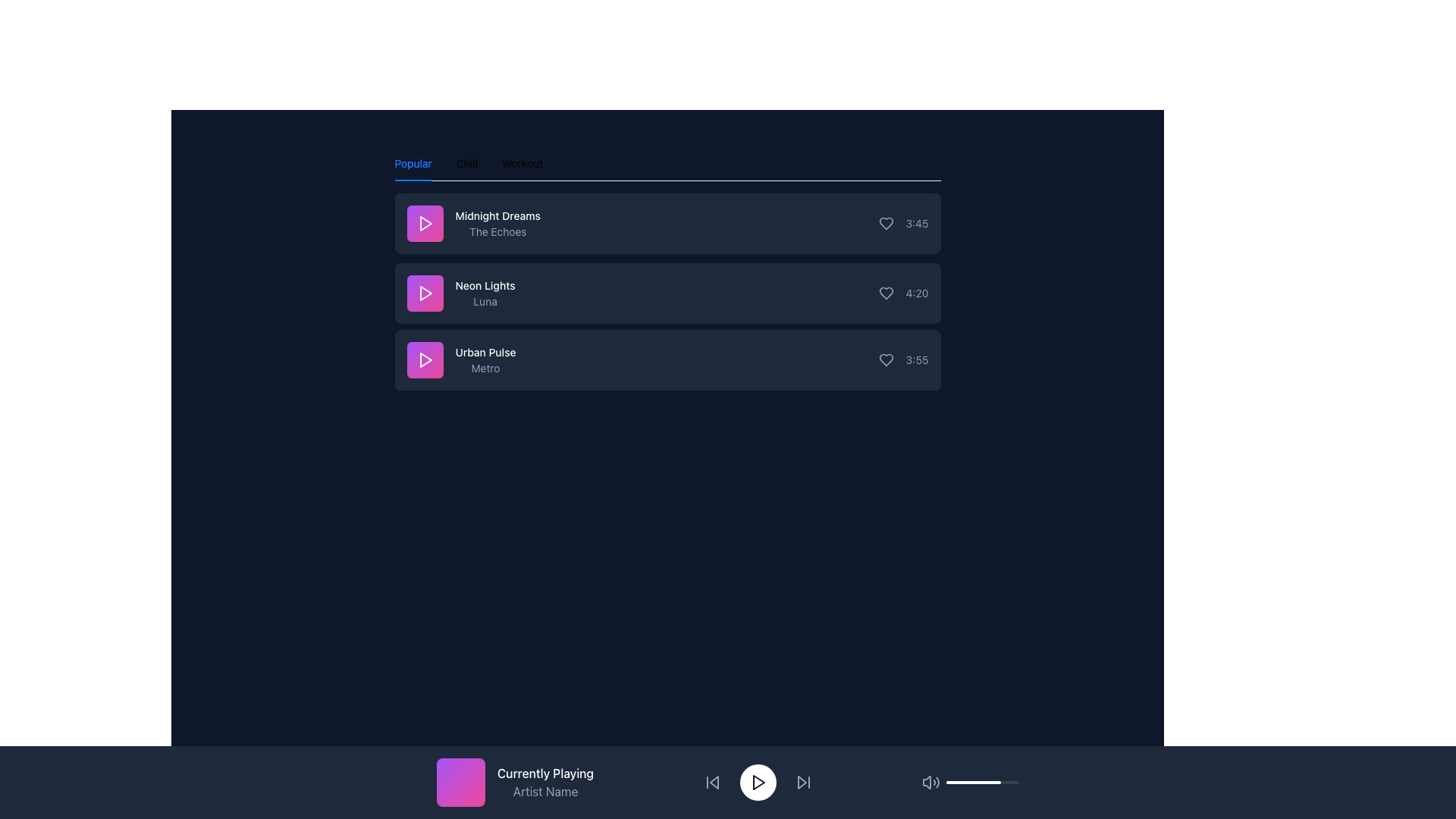 This screenshot has width=1456, height=819. Describe the element at coordinates (713, 783) in the screenshot. I see `the 'previous track' button, represented by a triangular glyph, located to the left of the play button in the media player interface` at that location.